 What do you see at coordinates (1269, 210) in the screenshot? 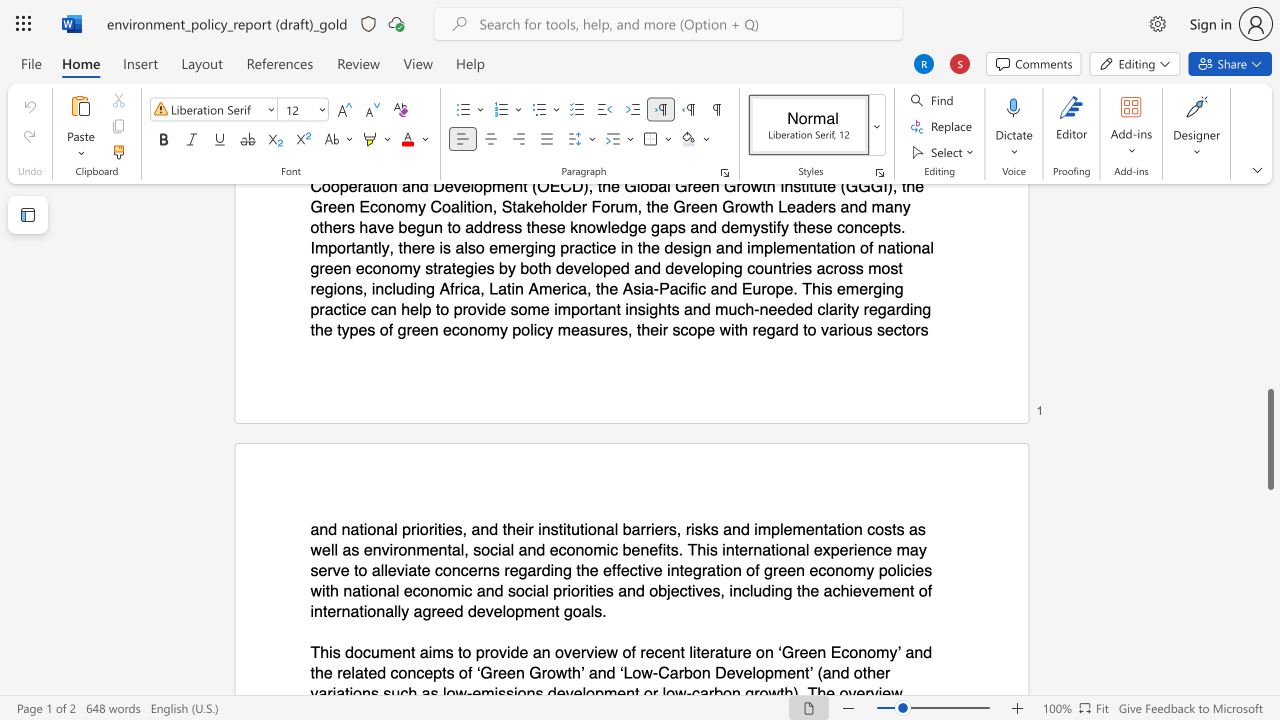
I see `the scrollbar to scroll the page up` at bounding box center [1269, 210].